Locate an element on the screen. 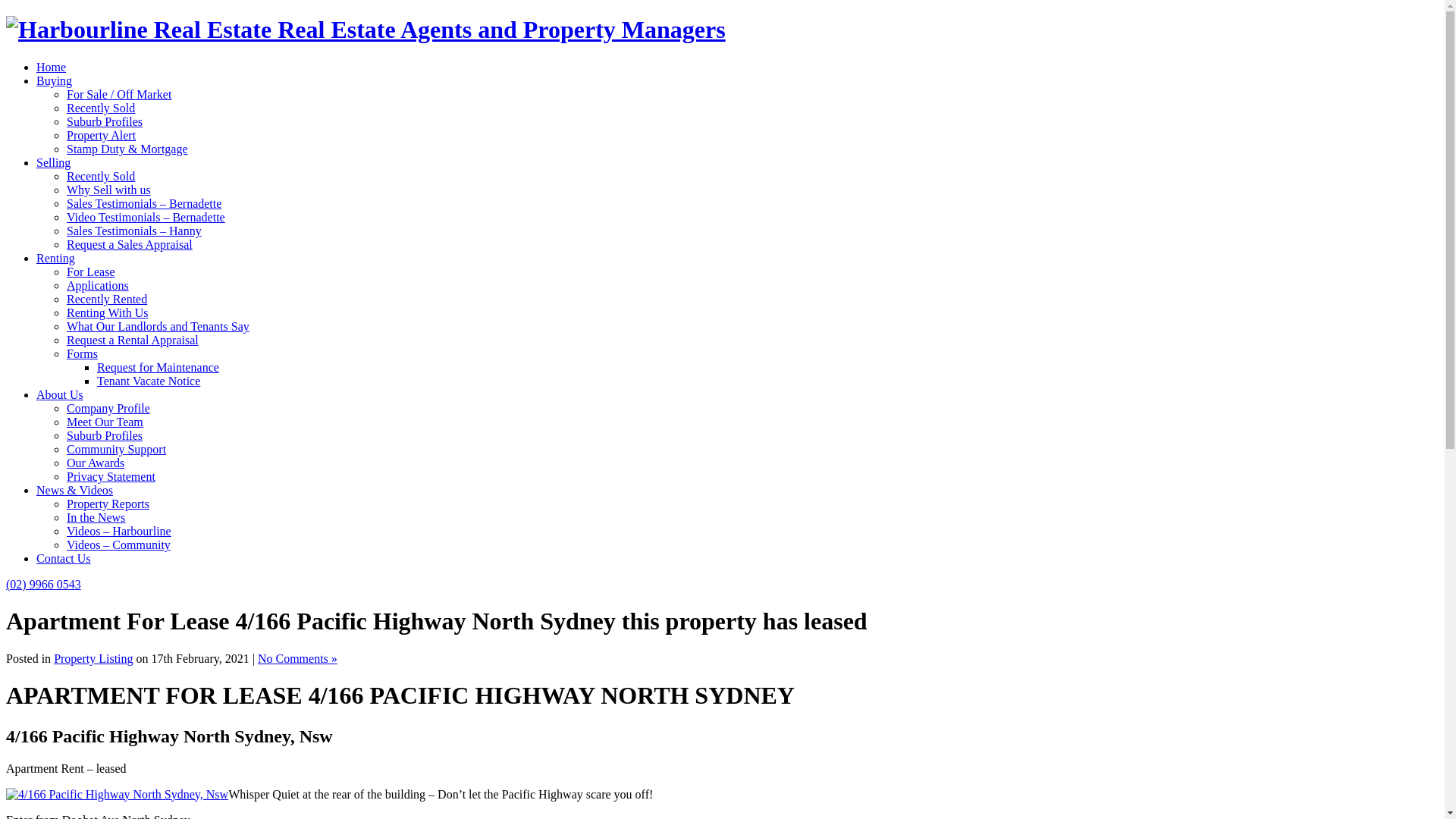 This screenshot has width=1456, height=819. 'Recently Sold' is located at coordinates (100, 107).